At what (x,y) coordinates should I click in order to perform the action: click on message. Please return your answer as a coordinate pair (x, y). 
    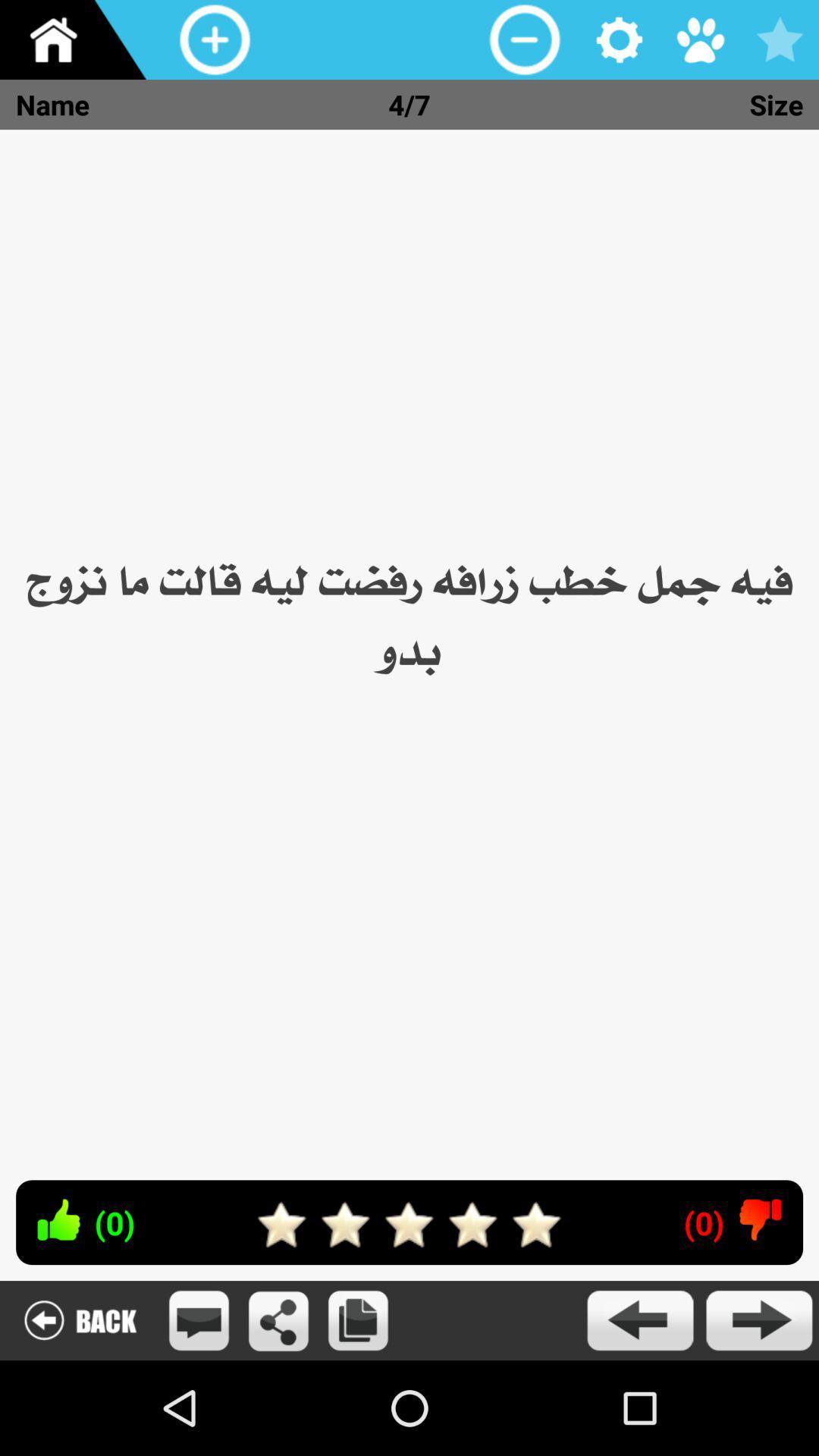
    Looking at the image, I should click on (198, 1319).